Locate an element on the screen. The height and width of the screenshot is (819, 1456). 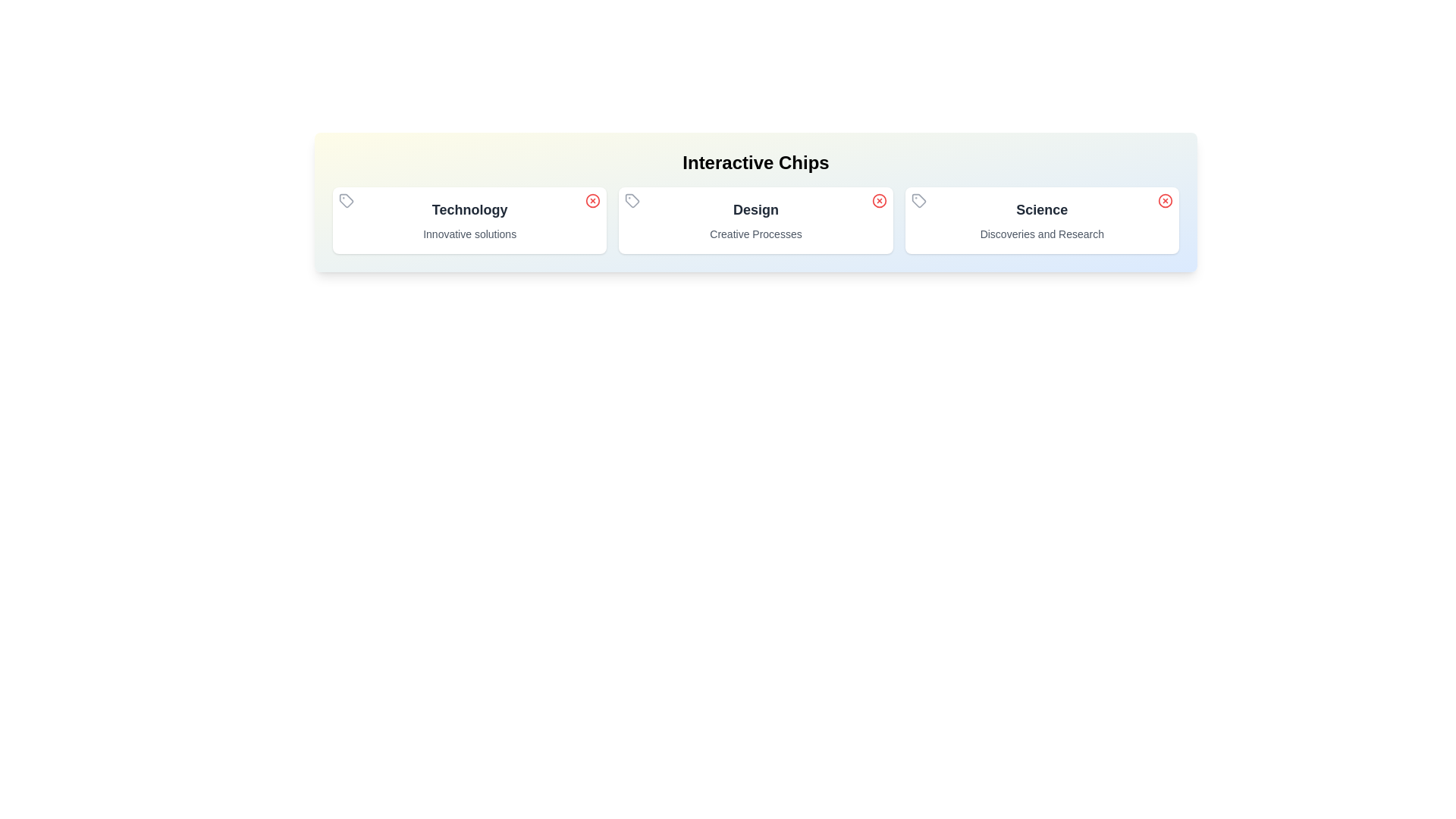
the icon of the chip labeled Technology is located at coordinates (345, 200).